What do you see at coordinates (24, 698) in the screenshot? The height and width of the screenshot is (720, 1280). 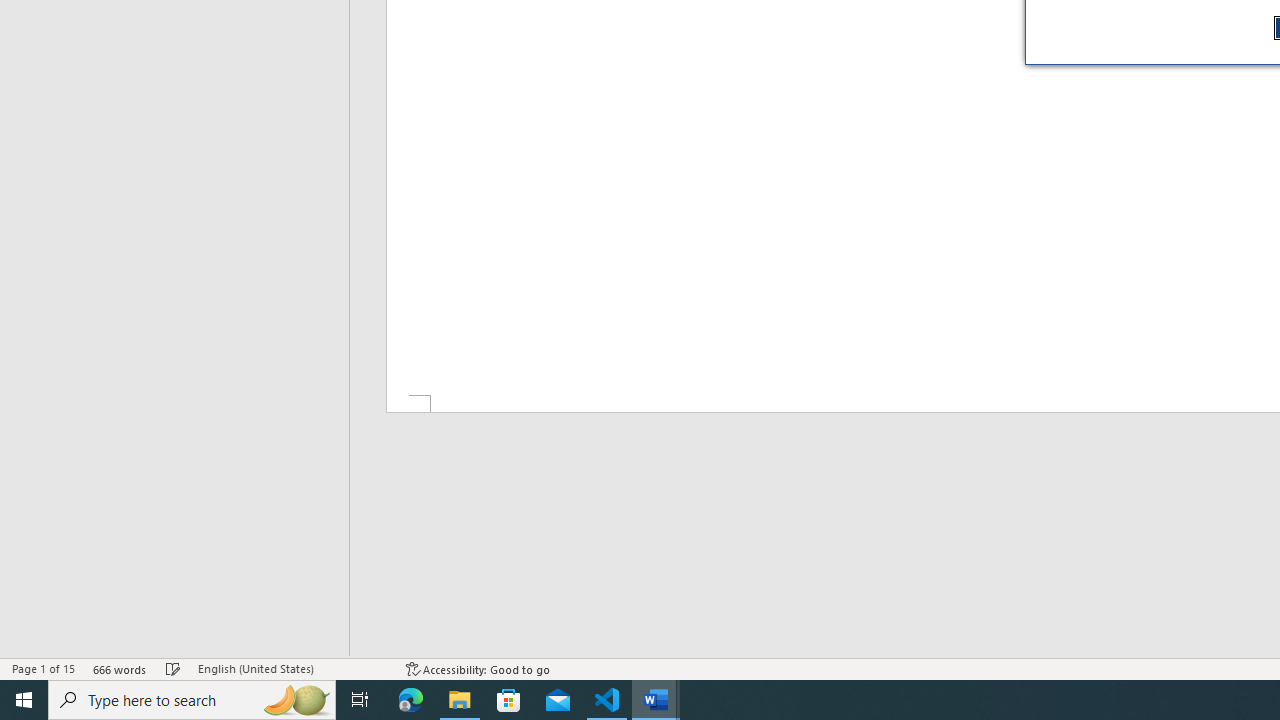 I see `'Start'` at bounding box center [24, 698].